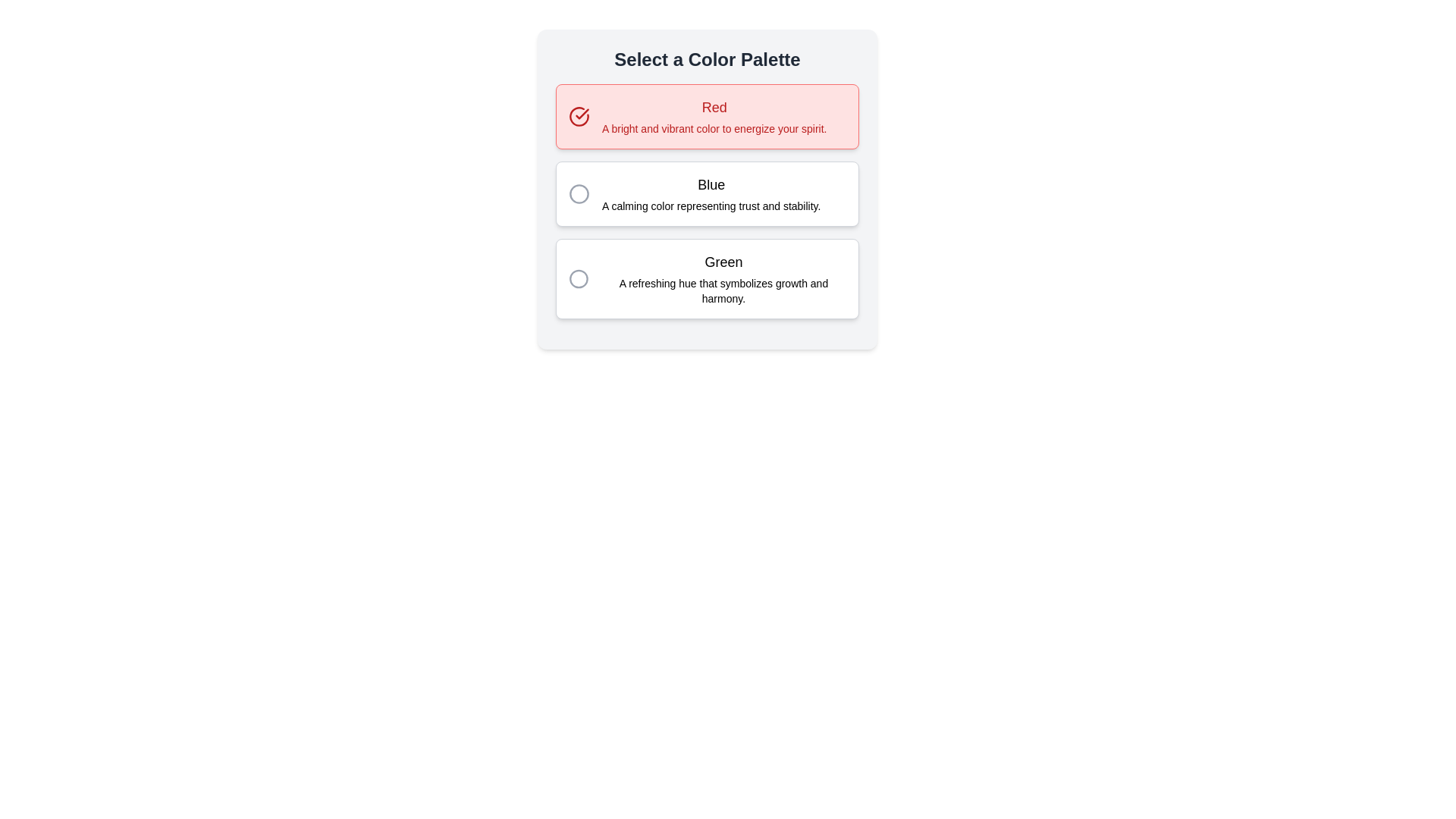 The height and width of the screenshot is (819, 1456). What do you see at coordinates (578, 193) in the screenshot?
I see `the circular icon with a light gray border and white fill, located to the left of the list item labeled 'Blue'` at bounding box center [578, 193].